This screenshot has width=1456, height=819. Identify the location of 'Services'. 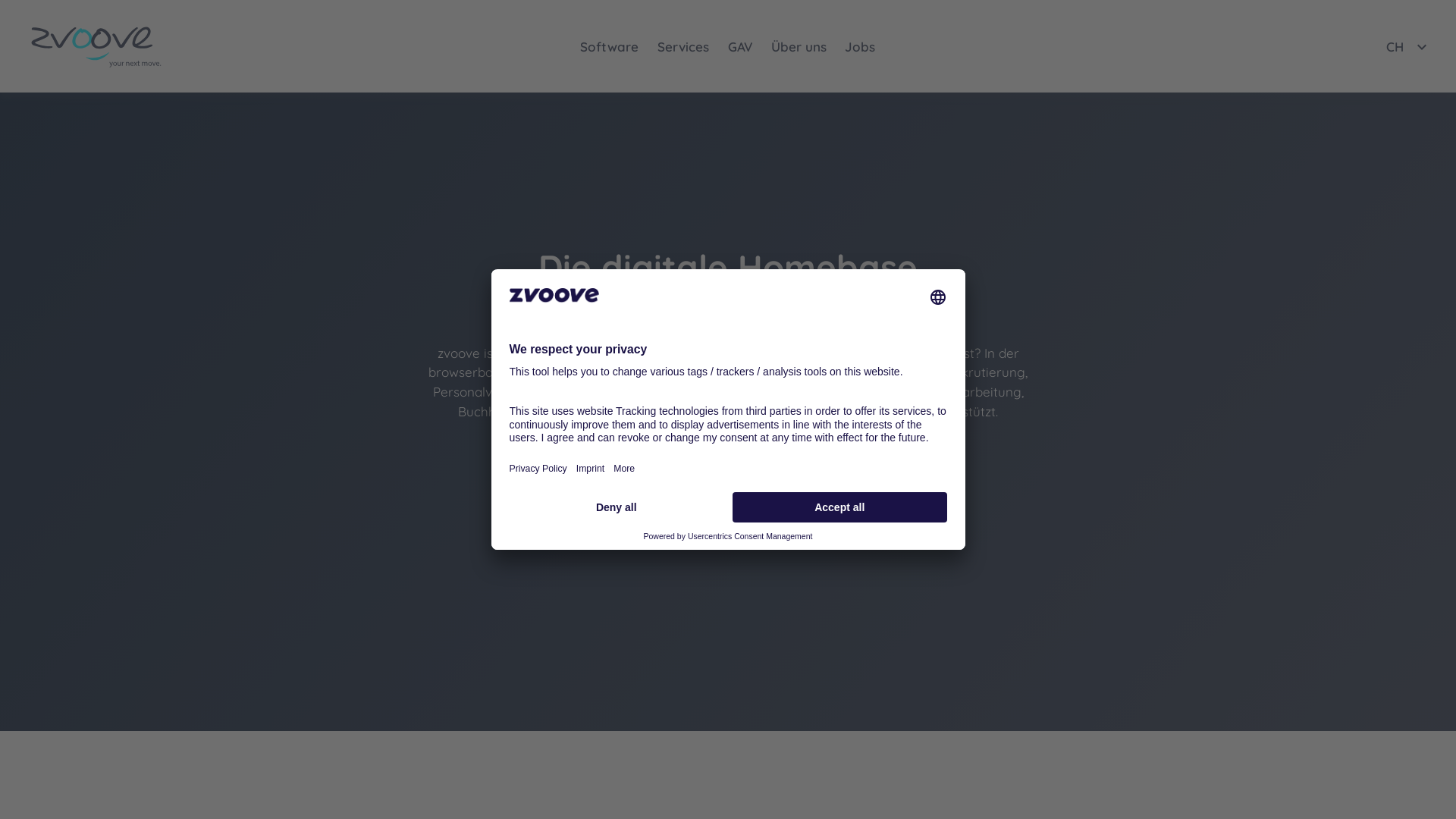
(682, 45).